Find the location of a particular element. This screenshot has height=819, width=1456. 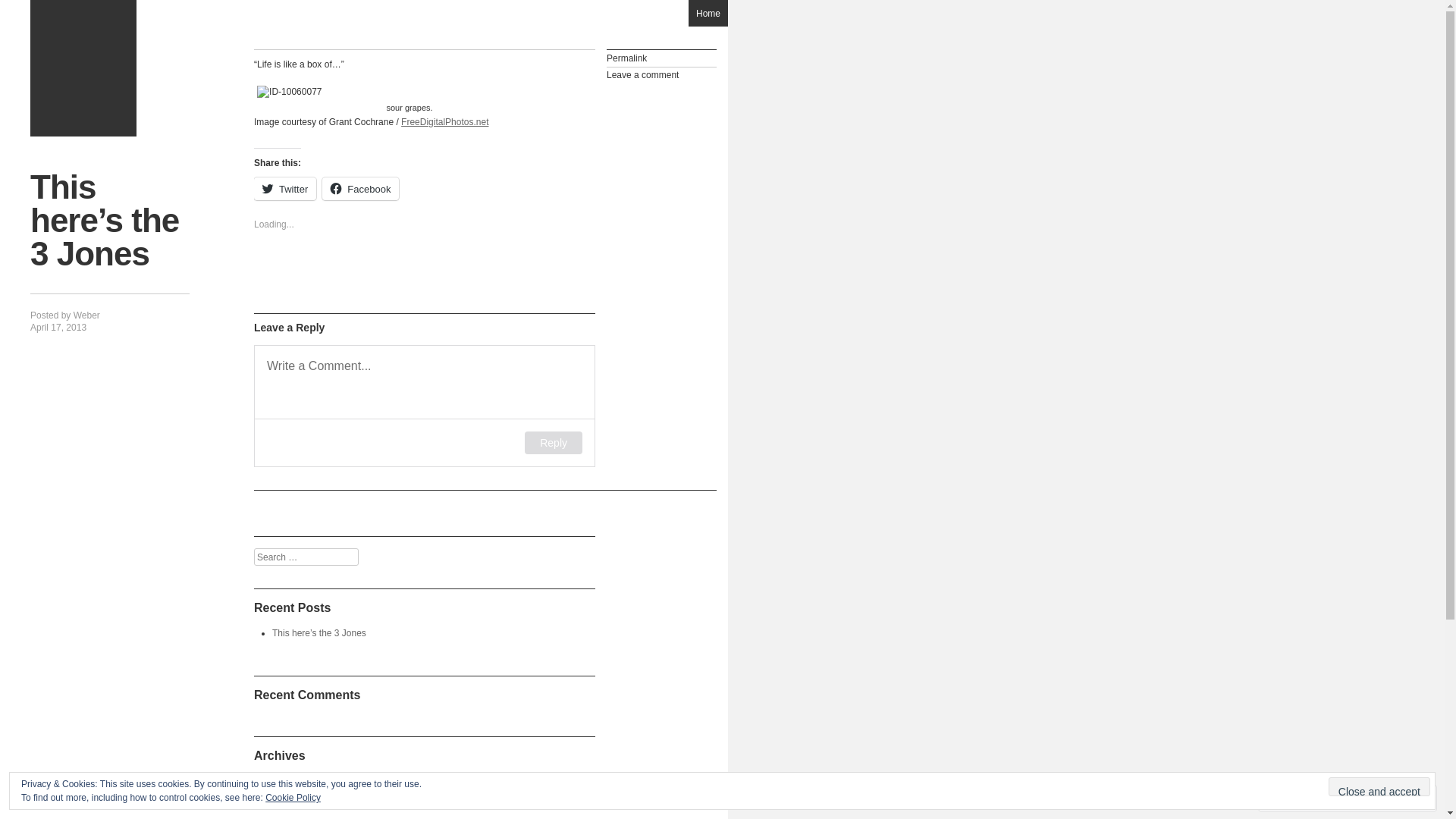

'Follow' is located at coordinates (1345, 797).